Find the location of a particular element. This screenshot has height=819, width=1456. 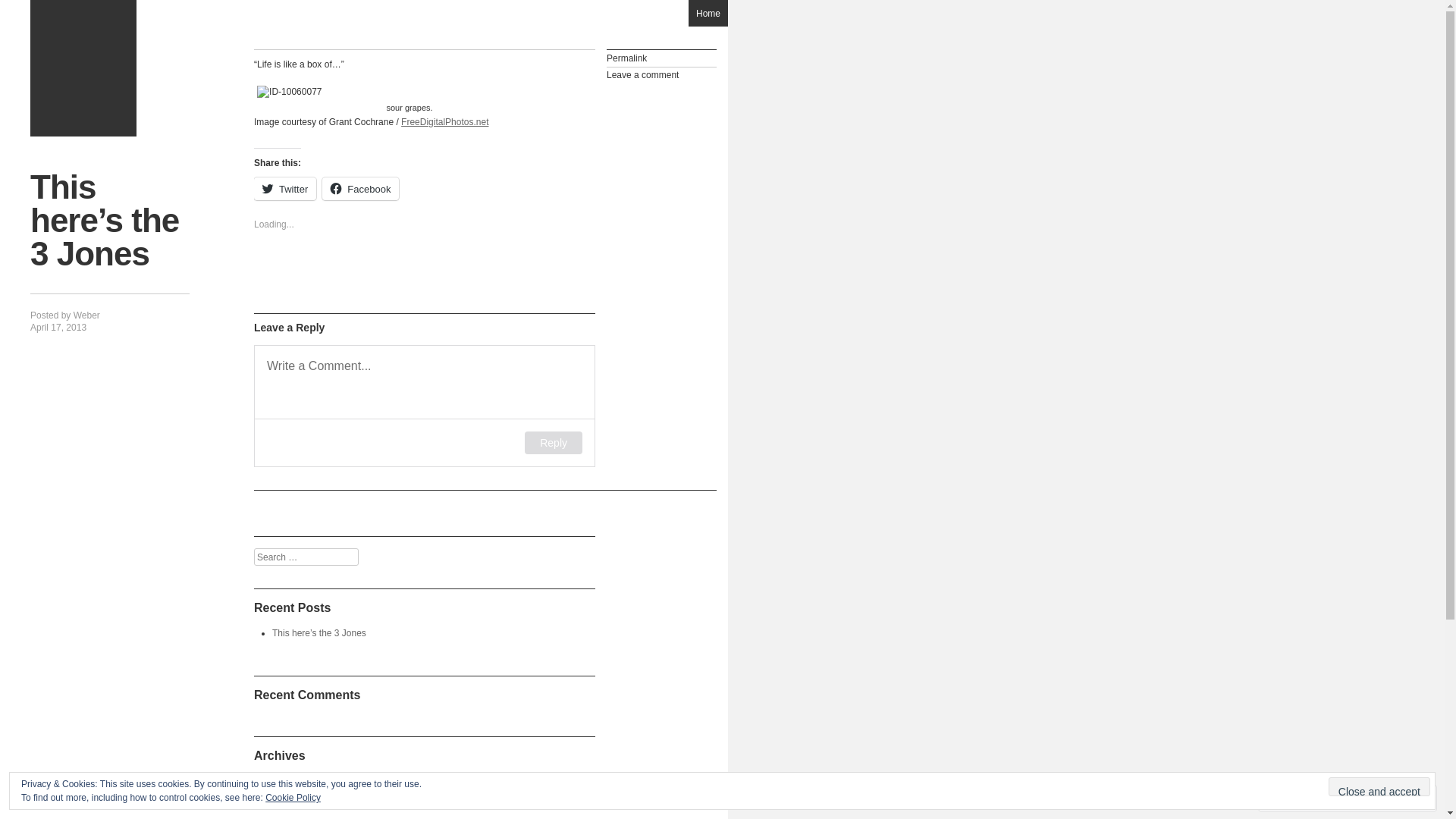

'Follow' is located at coordinates (1345, 797).